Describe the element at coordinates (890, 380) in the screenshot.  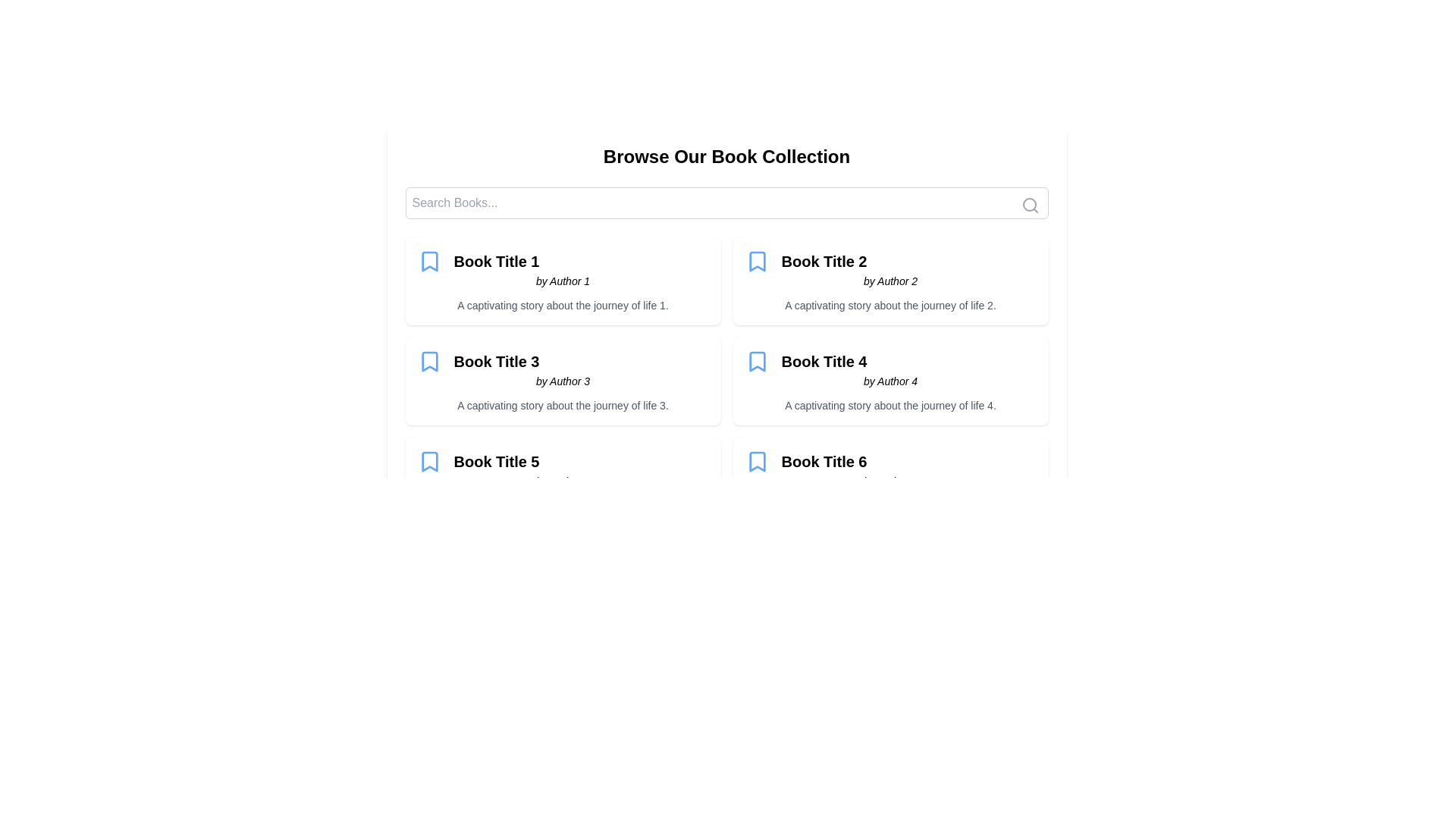
I see `the fourth book card displaying information about a book, including its title, author, and short description, located in the second column and second row of the grid layout` at that location.